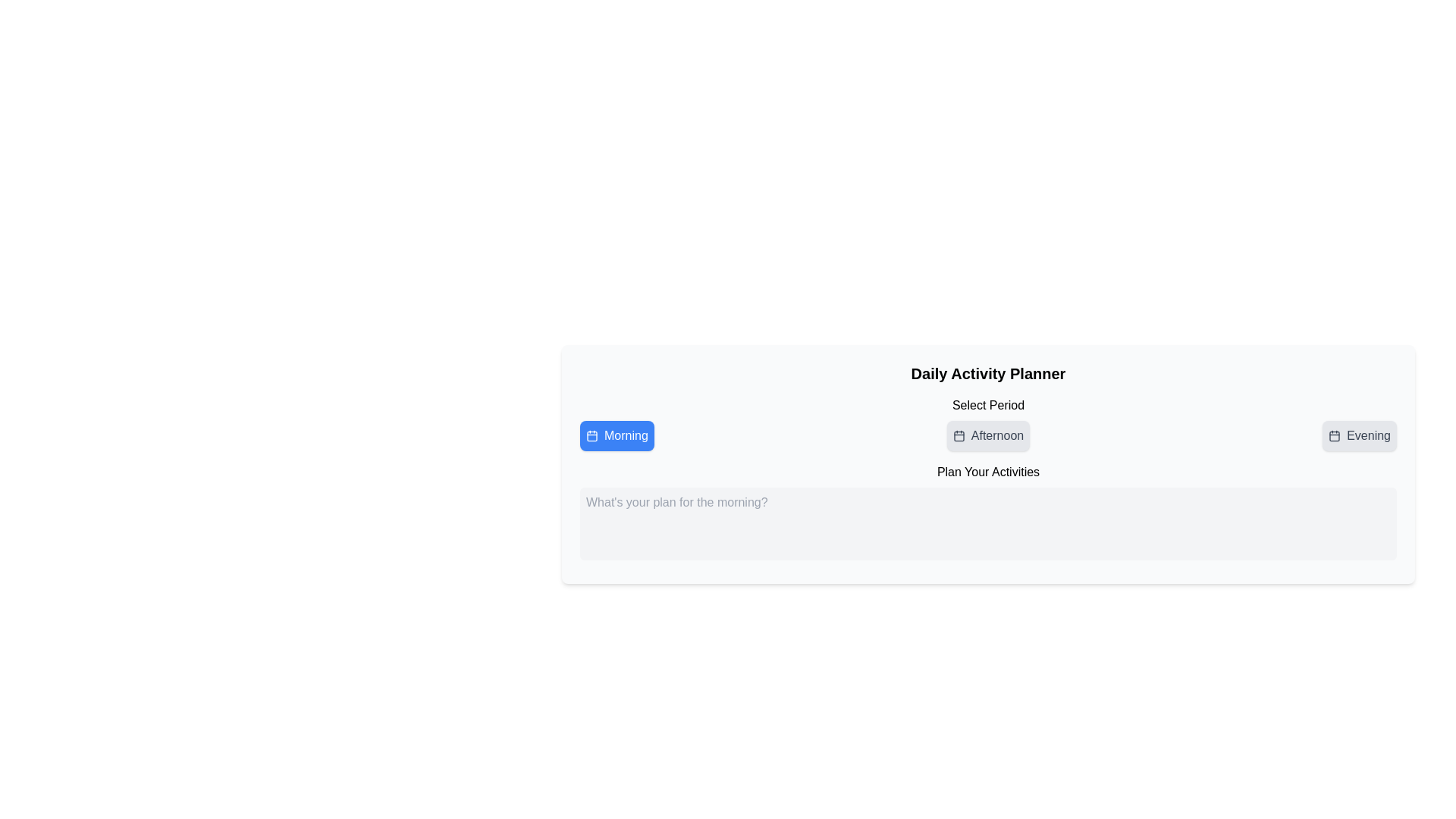  What do you see at coordinates (617, 435) in the screenshot?
I see `the blue 'Morning' button with a calendar icon for the context menu options` at bounding box center [617, 435].